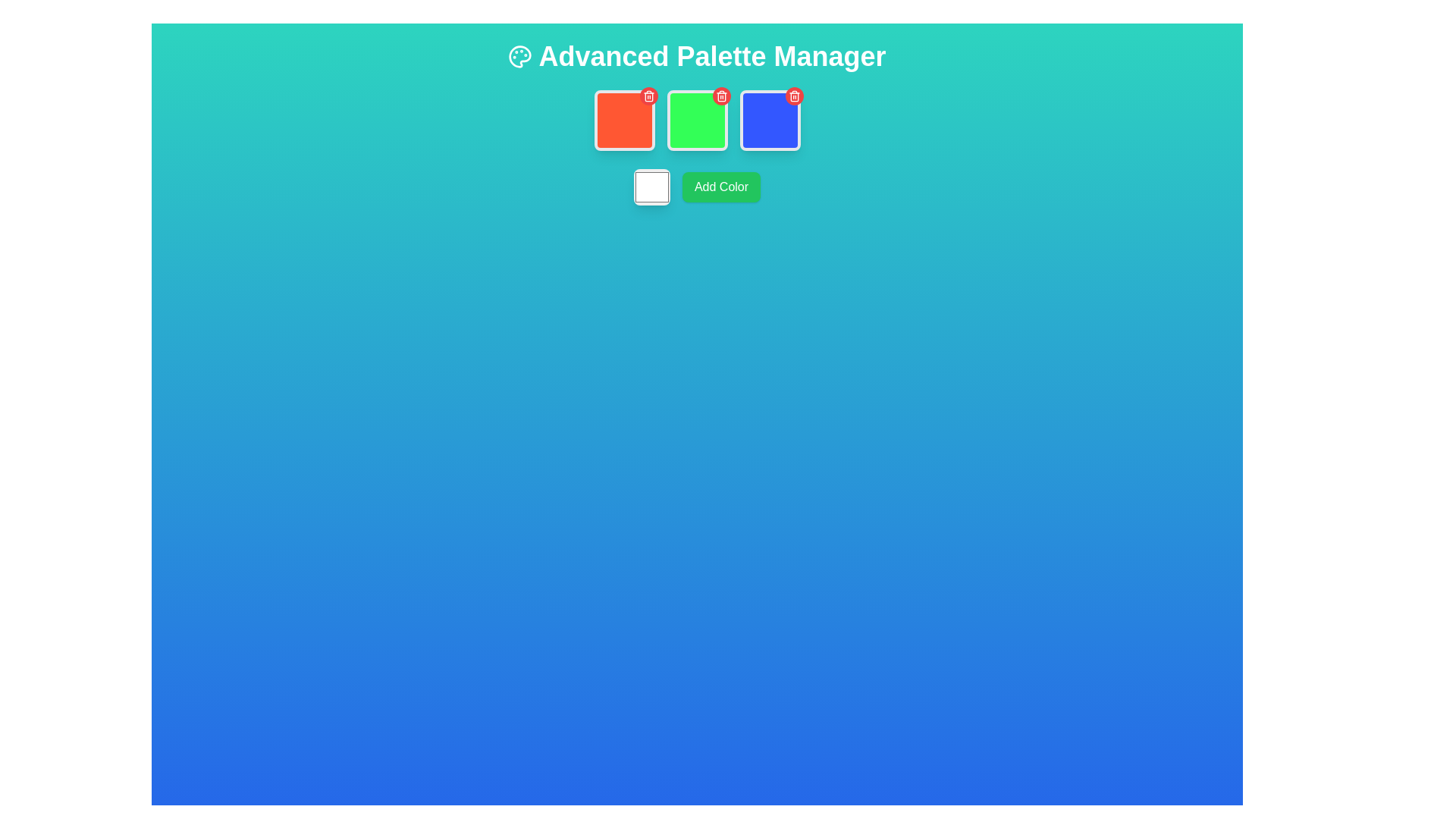  I want to click on the trash icon embedded in the interactive deletion button located in the top-right corner of the red square tile, so click(720, 96).